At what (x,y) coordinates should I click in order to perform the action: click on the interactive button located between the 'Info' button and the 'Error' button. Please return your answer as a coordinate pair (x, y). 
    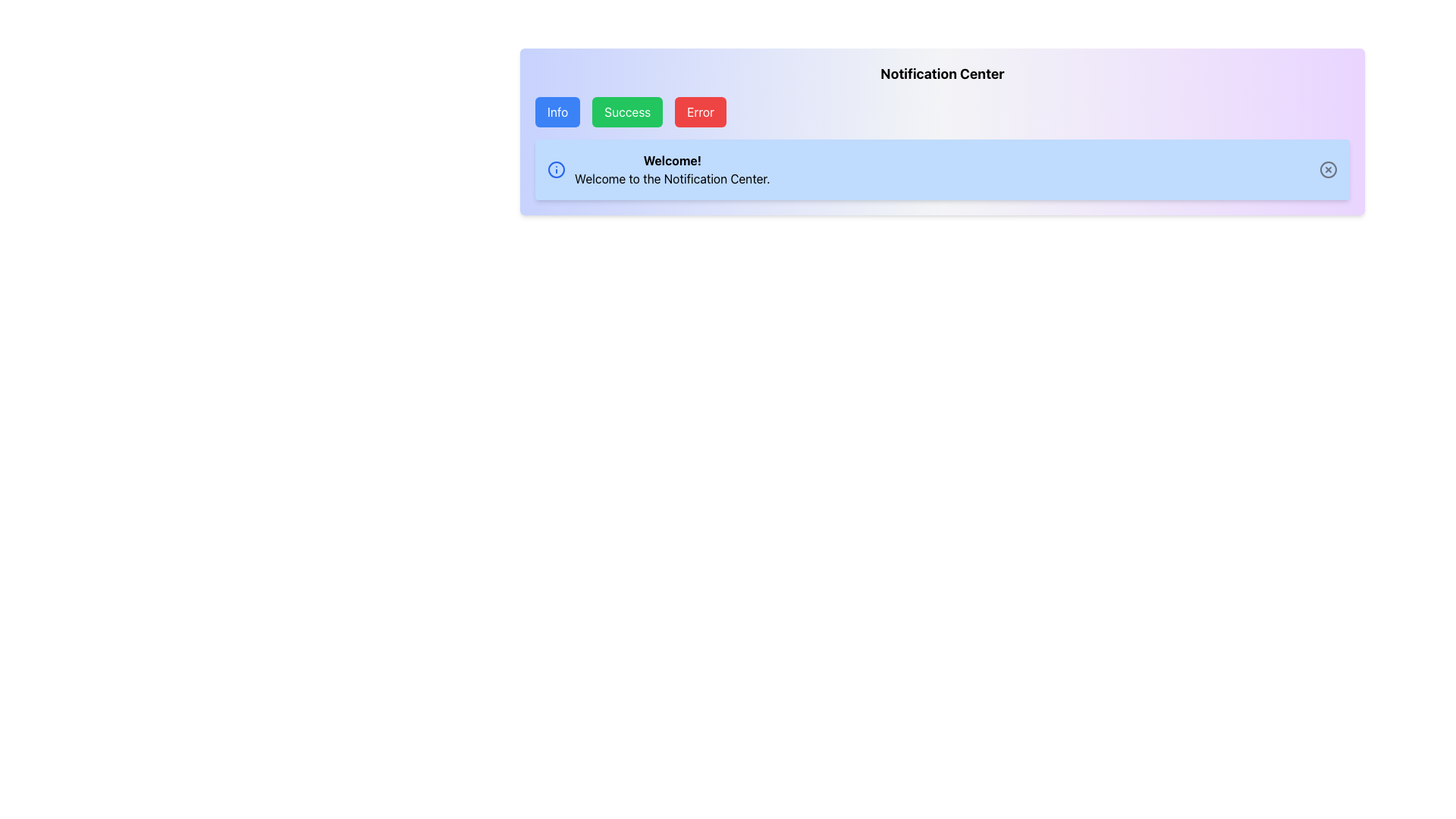
    Looking at the image, I should click on (627, 111).